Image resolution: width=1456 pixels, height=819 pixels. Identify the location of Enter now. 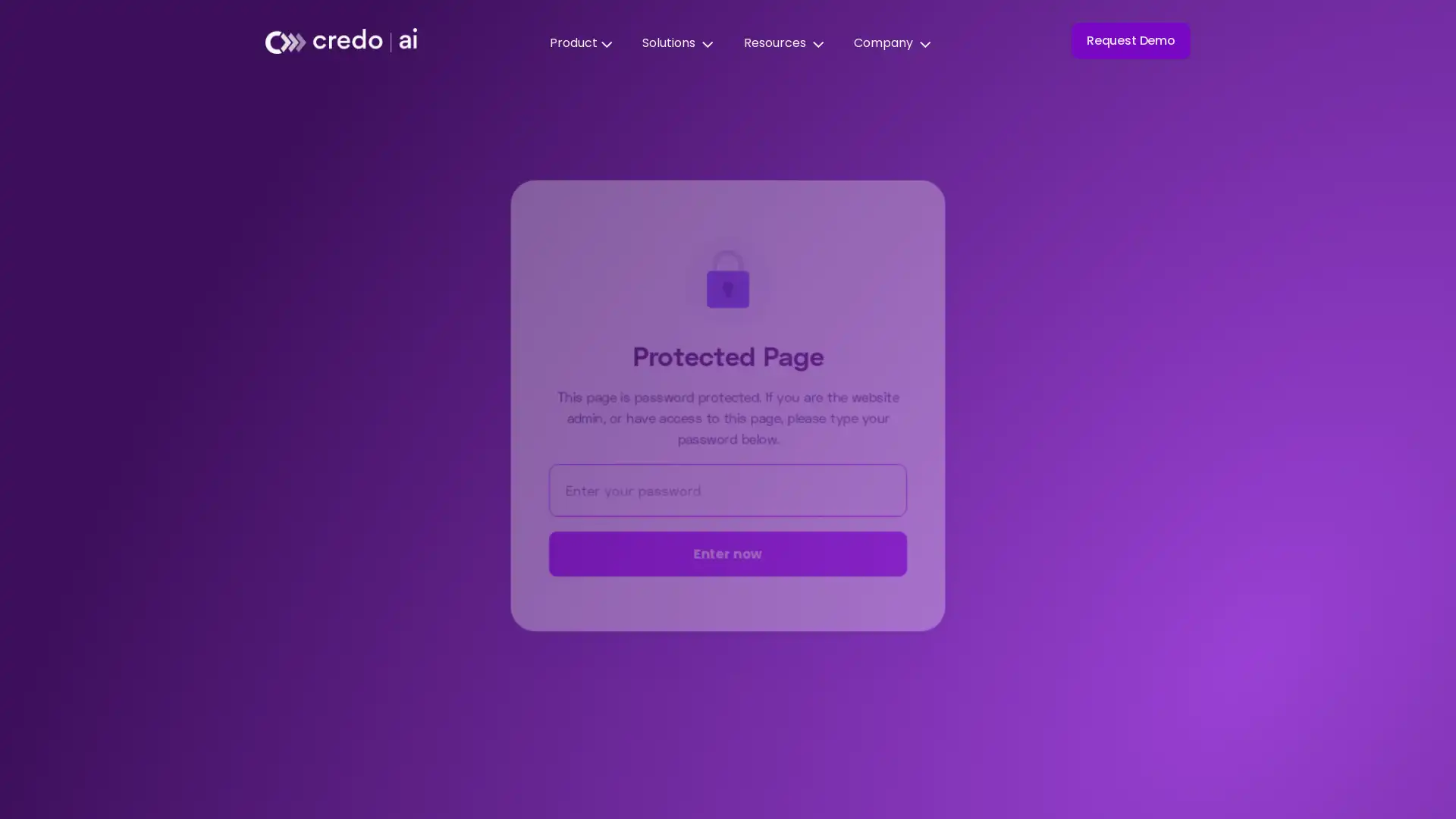
(728, 555).